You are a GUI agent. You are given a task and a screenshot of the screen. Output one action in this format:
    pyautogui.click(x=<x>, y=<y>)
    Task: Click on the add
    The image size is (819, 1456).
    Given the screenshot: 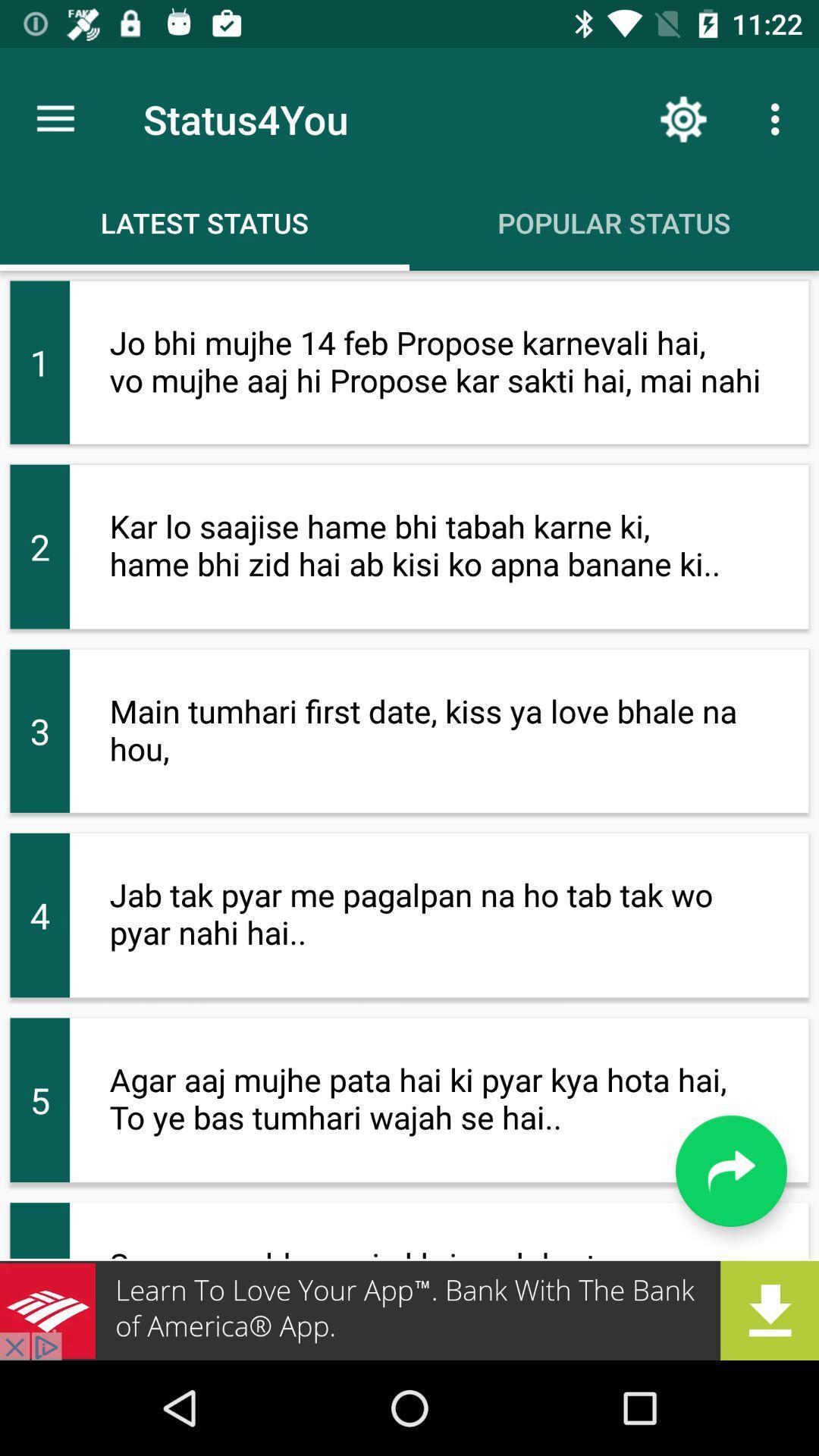 What is the action you would take?
    pyautogui.click(x=409, y=1310)
    